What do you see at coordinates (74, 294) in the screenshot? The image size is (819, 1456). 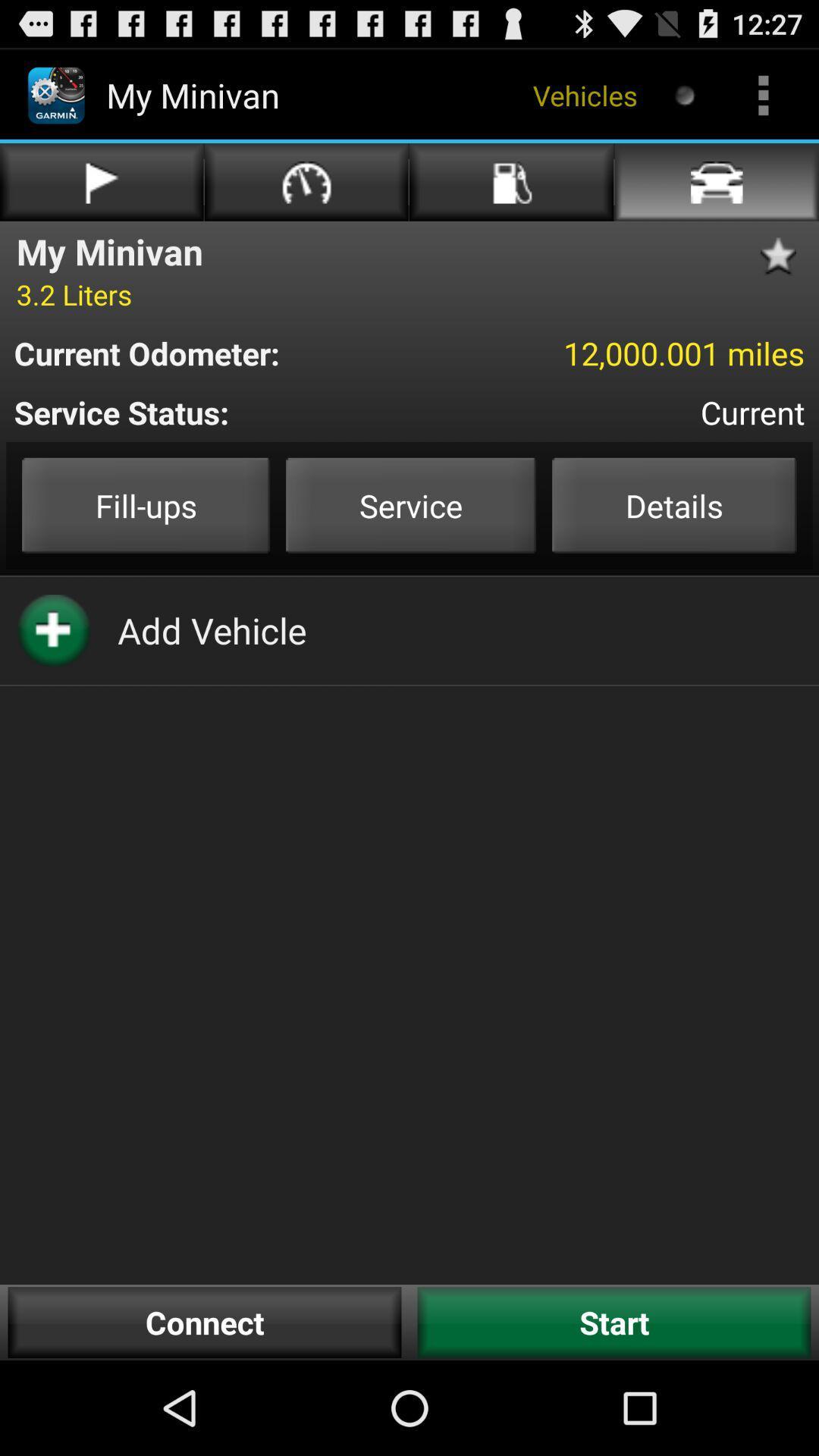 I see `app below my minivan app` at bounding box center [74, 294].